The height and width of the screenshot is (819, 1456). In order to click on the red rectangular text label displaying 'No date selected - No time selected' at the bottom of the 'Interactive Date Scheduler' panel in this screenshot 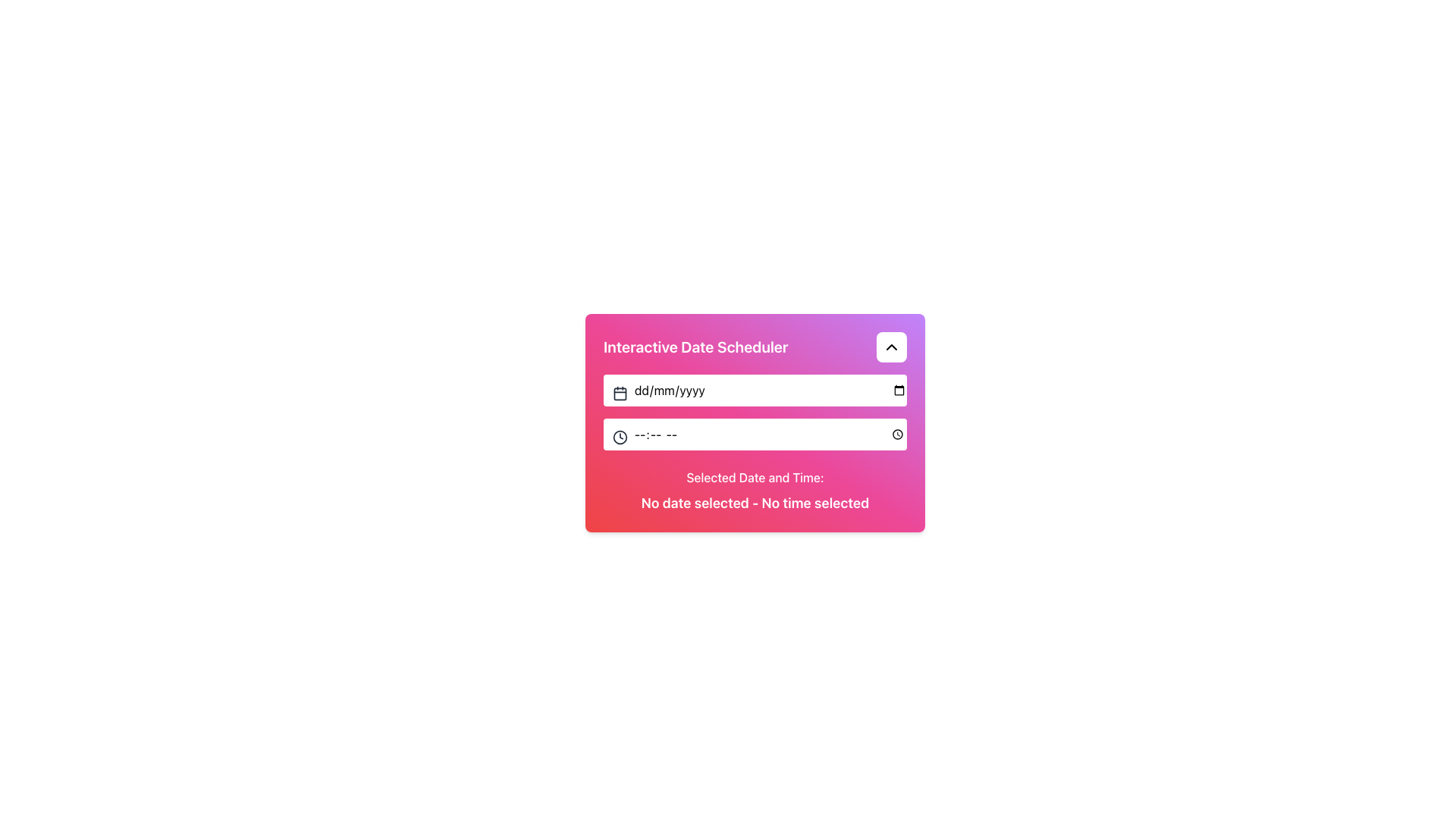, I will do `click(755, 503)`.